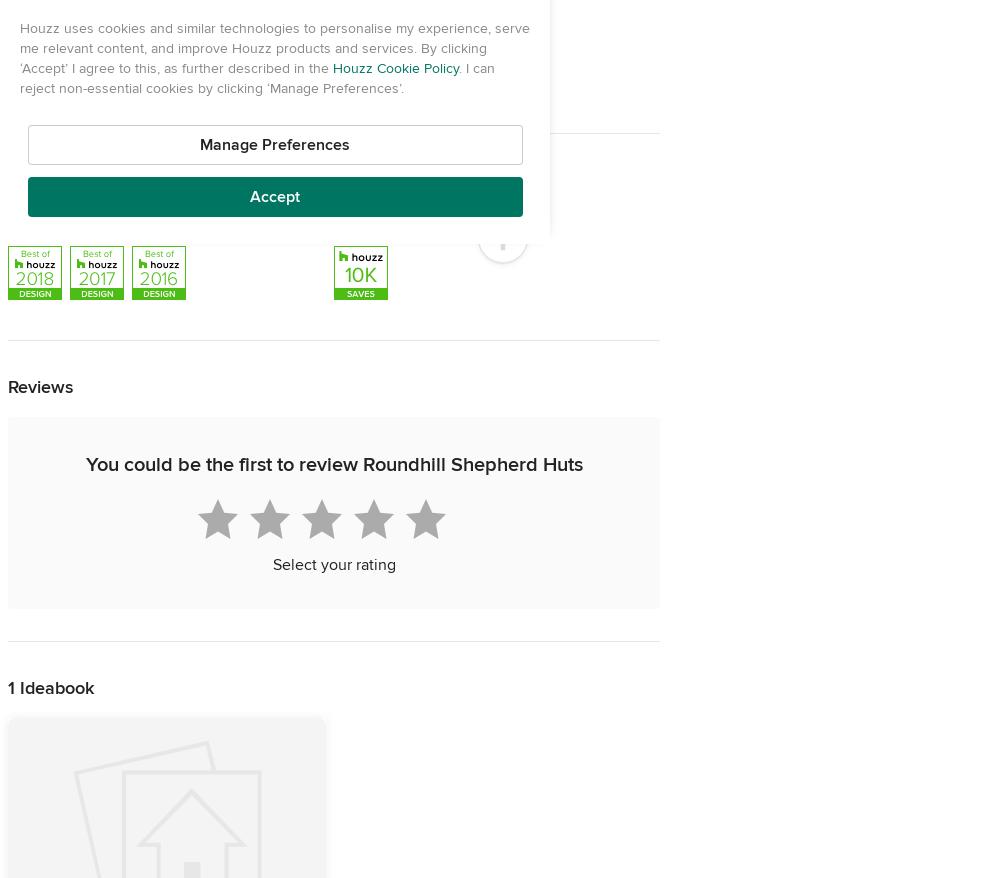 The image size is (1000, 878). Describe the element at coordinates (57, 88) in the screenshot. I see `'United Kingdom'` at that location.